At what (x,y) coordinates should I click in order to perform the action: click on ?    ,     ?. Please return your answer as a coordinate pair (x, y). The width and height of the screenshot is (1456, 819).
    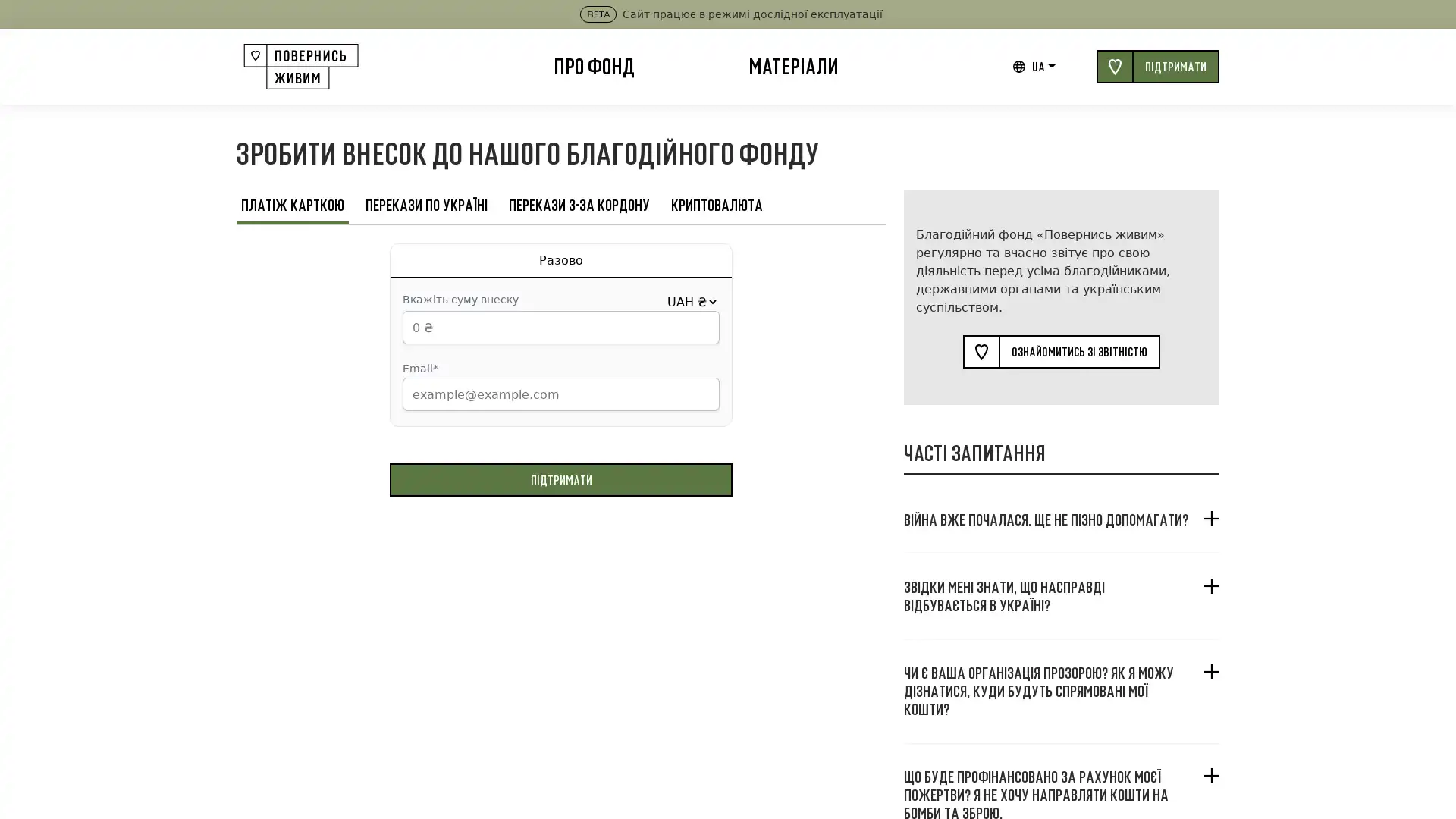
    Looking at the image, I should click on (1061, 690).